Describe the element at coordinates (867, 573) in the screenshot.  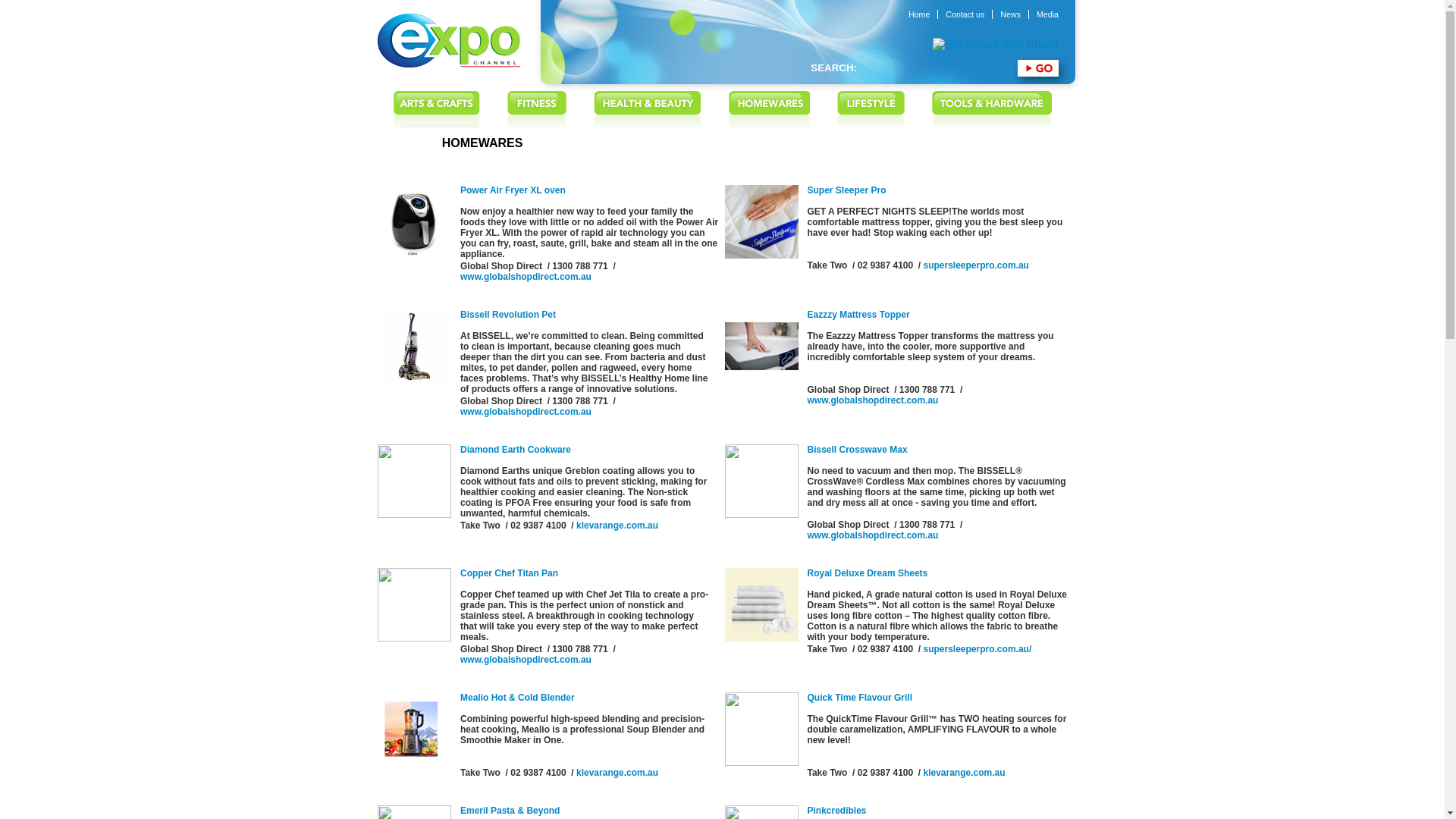
I see `'Royal Deluxe Dream Sheets'` at that location.